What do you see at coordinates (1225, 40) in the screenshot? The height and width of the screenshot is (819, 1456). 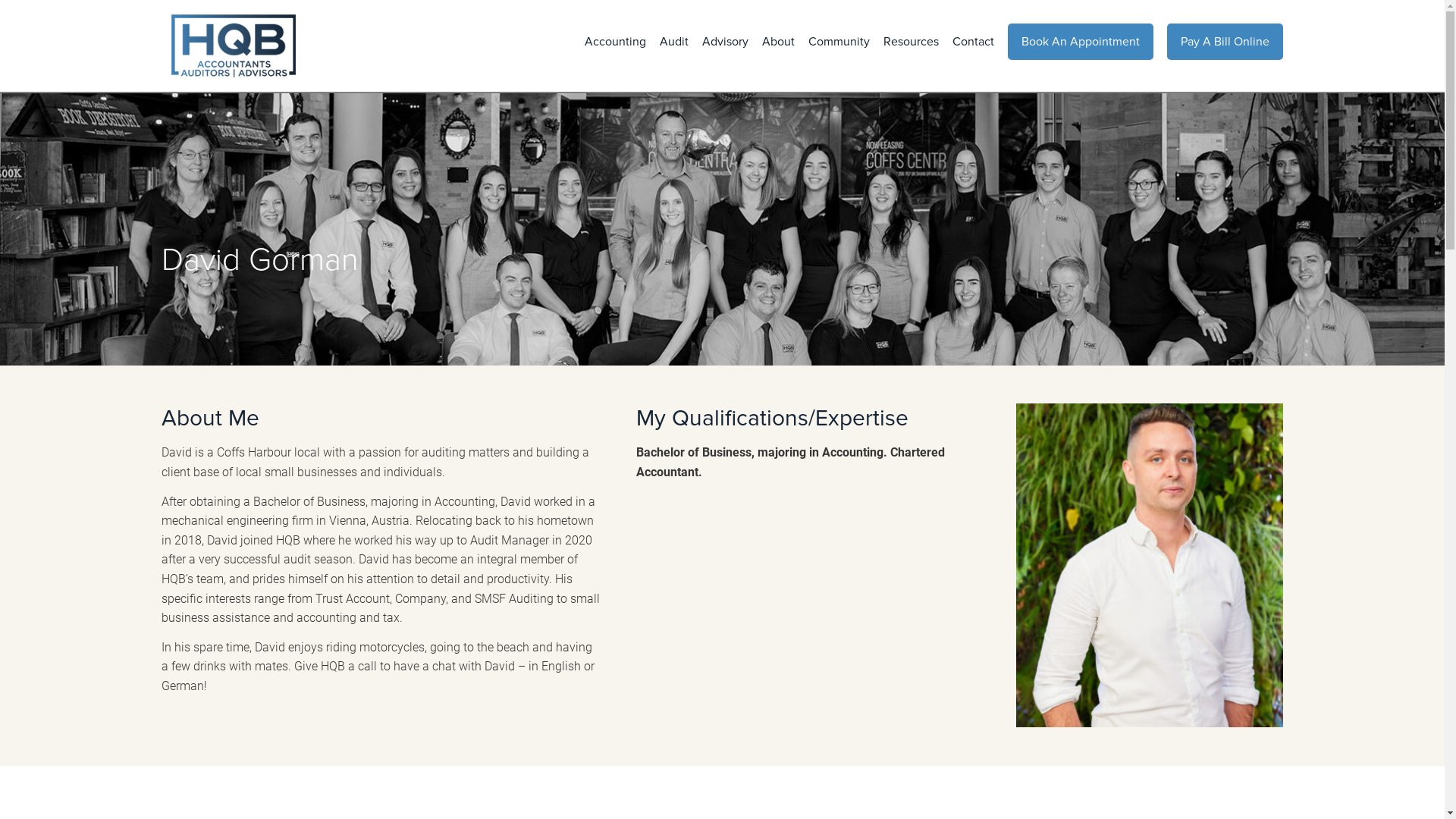 I see `'Pay A Bill Online'` at bounding box center [1225, 40].